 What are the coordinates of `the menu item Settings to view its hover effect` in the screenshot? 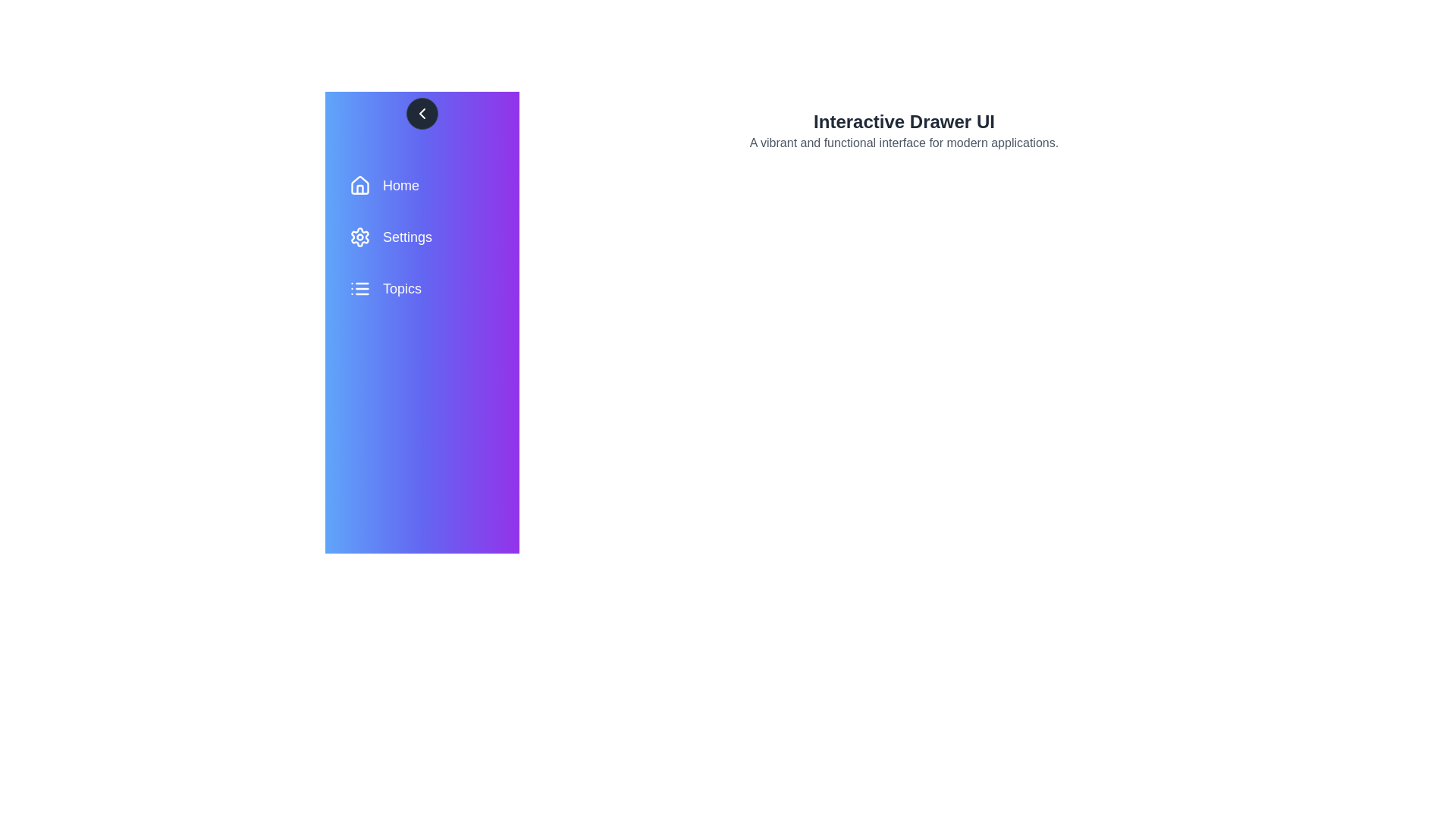 It's located at (422, 237).